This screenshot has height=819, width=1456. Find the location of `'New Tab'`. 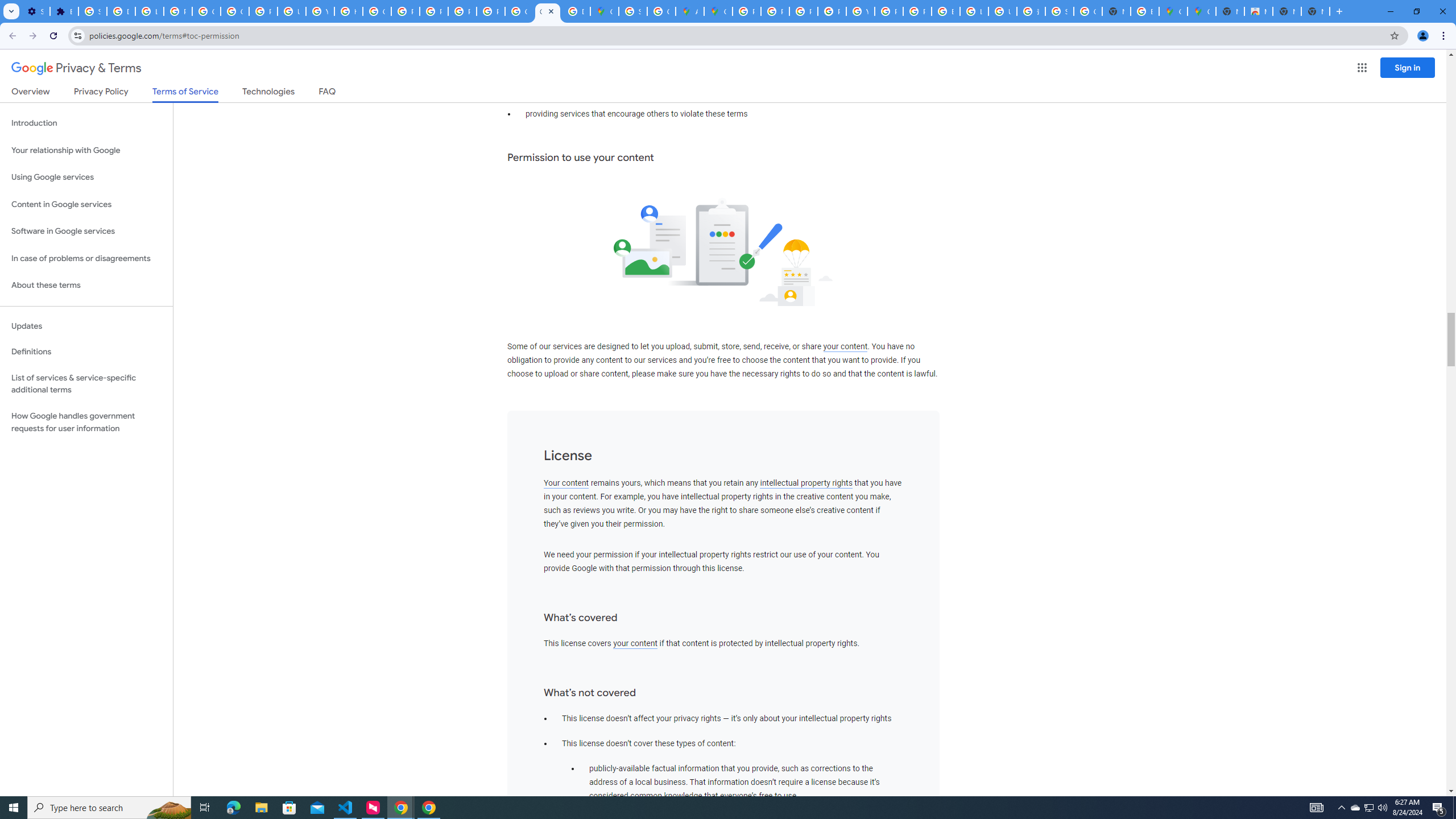

'New Tab' is located at coordinates (1338, 11).